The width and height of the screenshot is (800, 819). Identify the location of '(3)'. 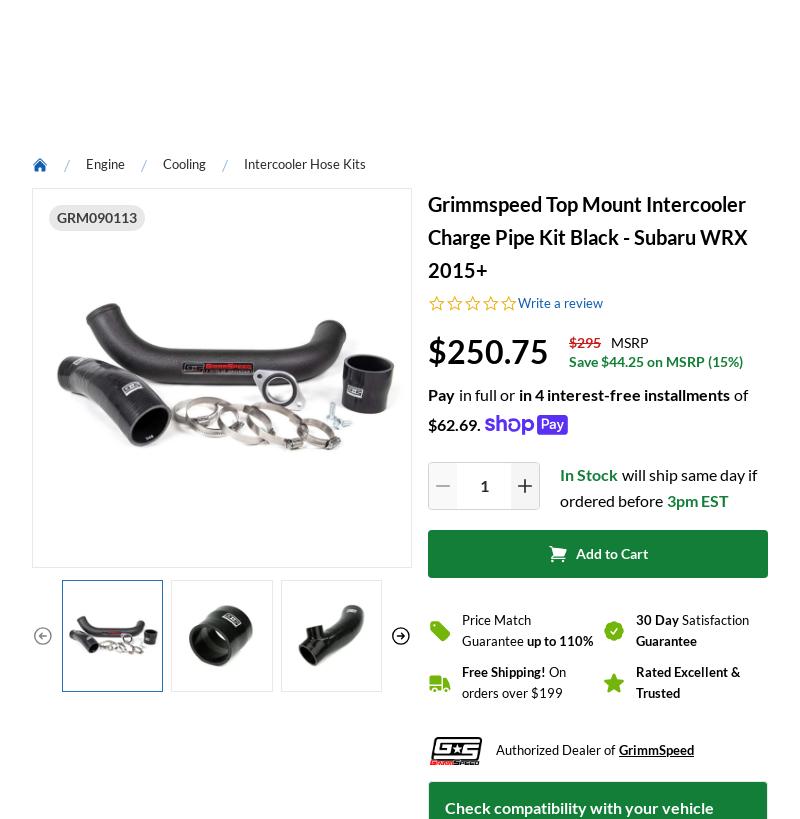
(167, 281).